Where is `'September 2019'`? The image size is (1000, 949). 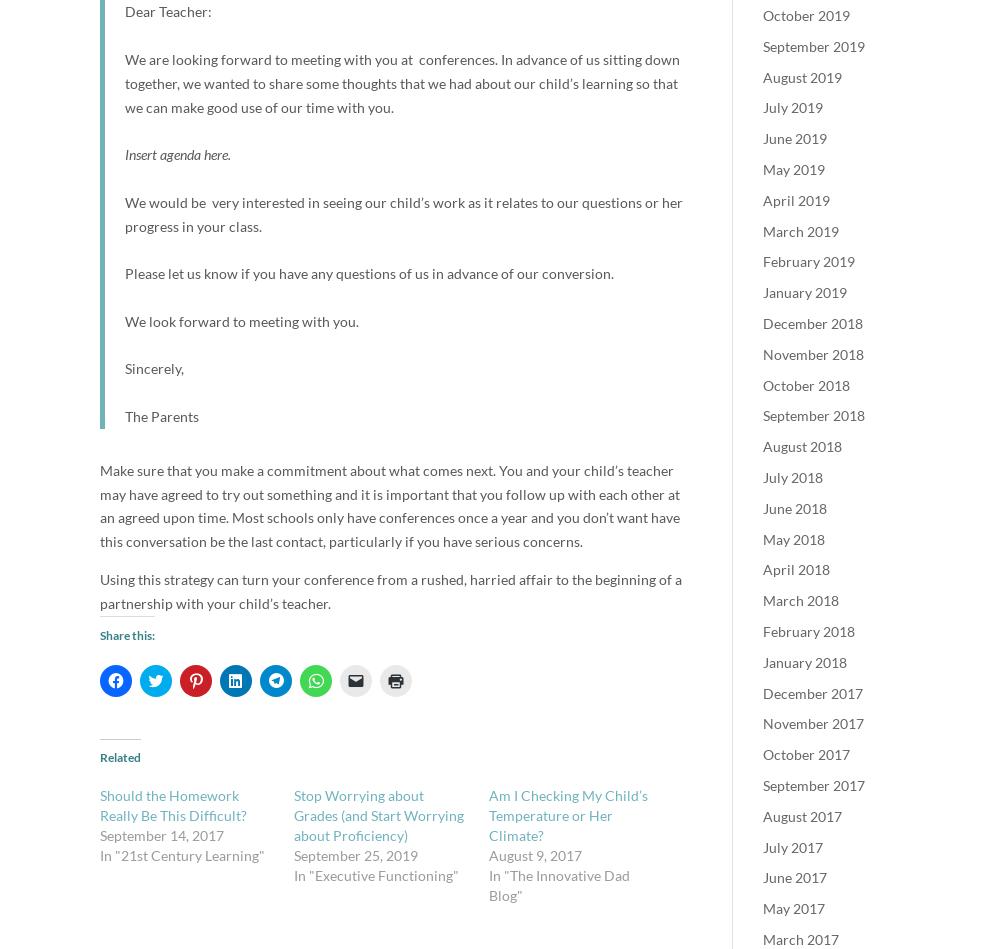
'September 2019' is located at coordinates (763, 45).